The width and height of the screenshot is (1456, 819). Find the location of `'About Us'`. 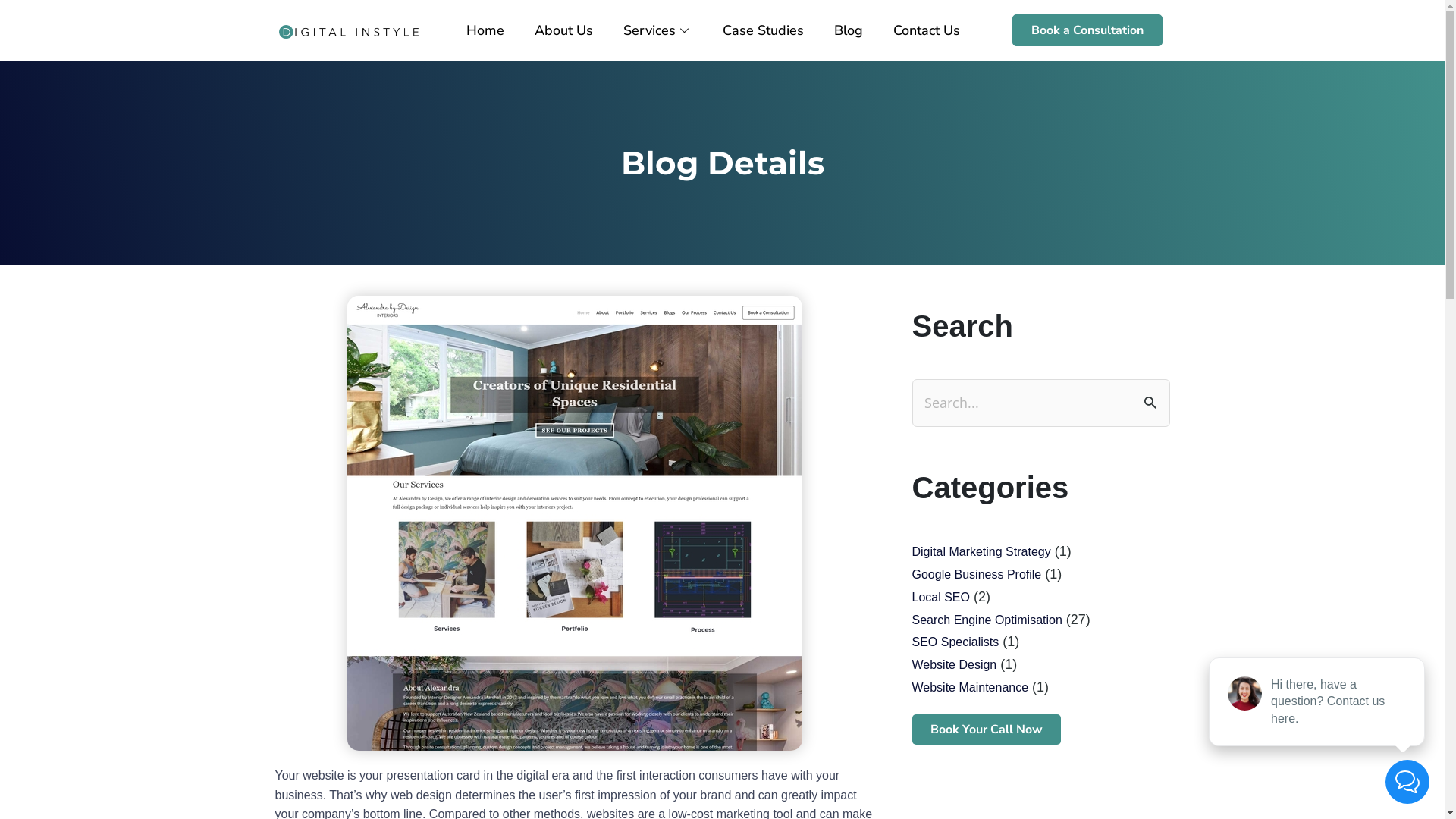

'About Us' is located at coordinates (563, 30).